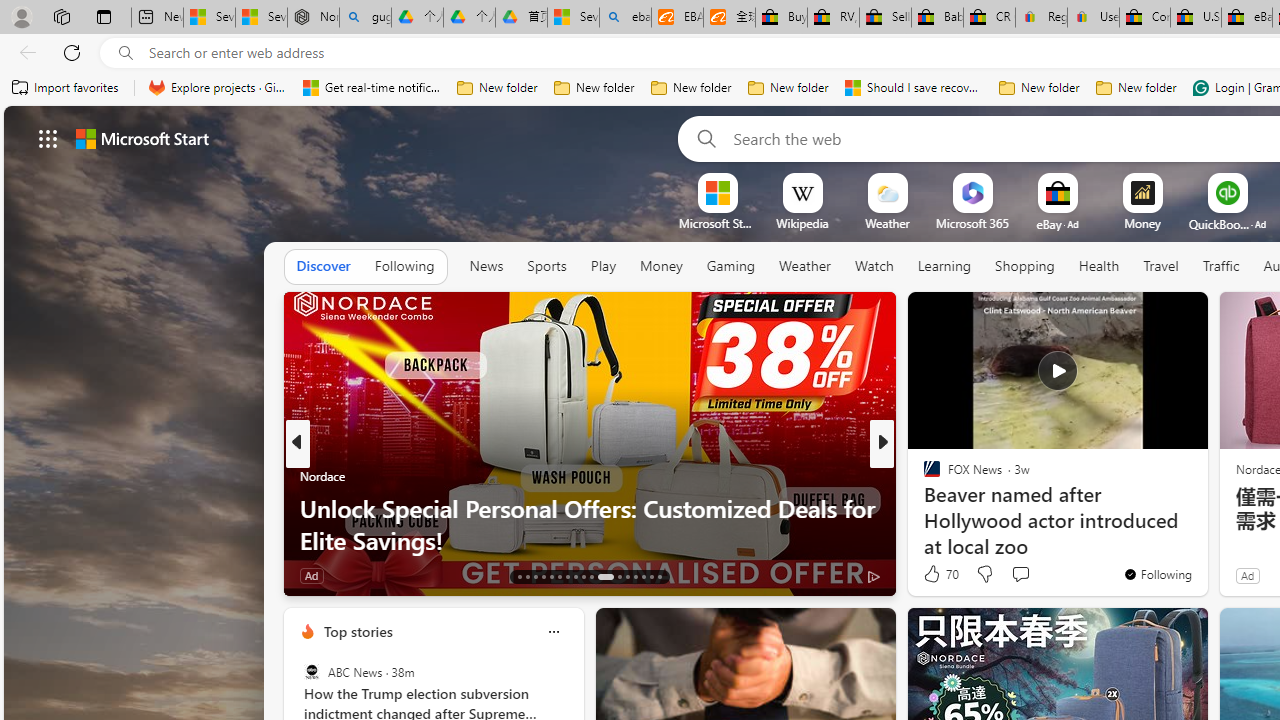  What do you see at coordinates (1029, 575) in the screenshot?
I see `'View comments 24 Comment'` at bounding box center [1029, 575].